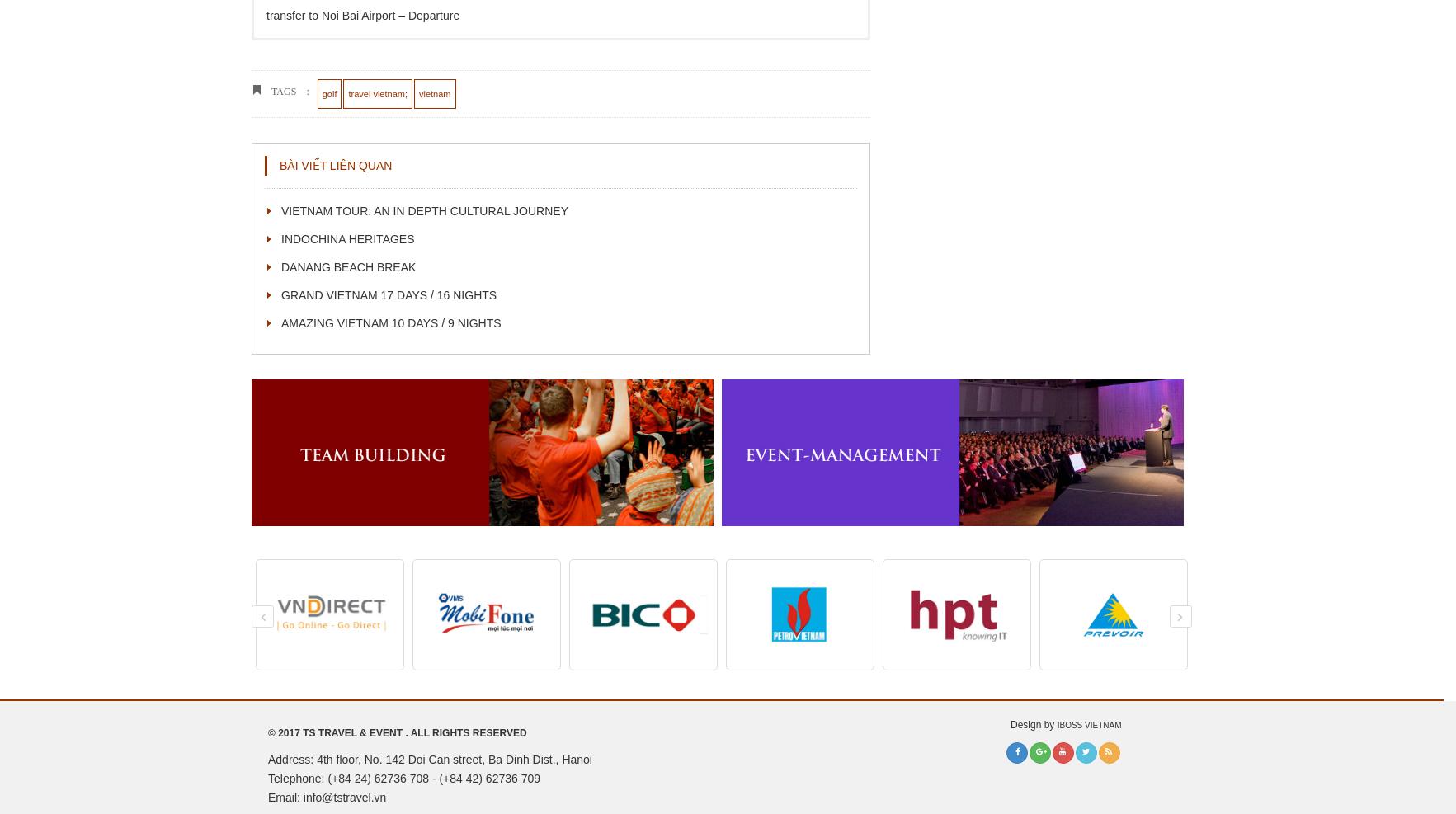 This screenshot has width=1456, height=814. I want to click on 'vietnam', so click(417, 93).